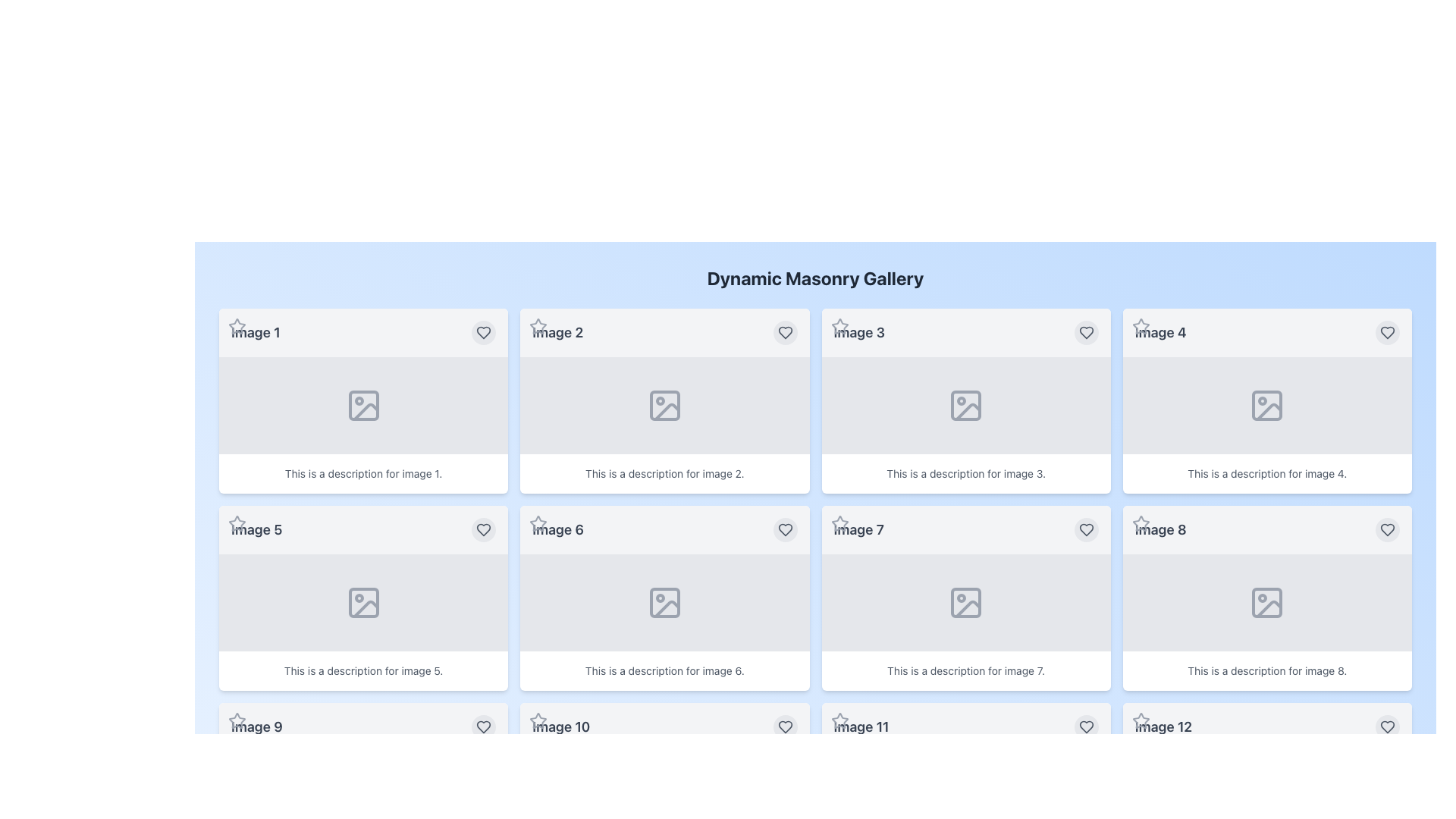 The width and height of the screenshot is (1456, 819). I want to click on the card located in the second row and the first column of the gallery grid, so click(362, 598).